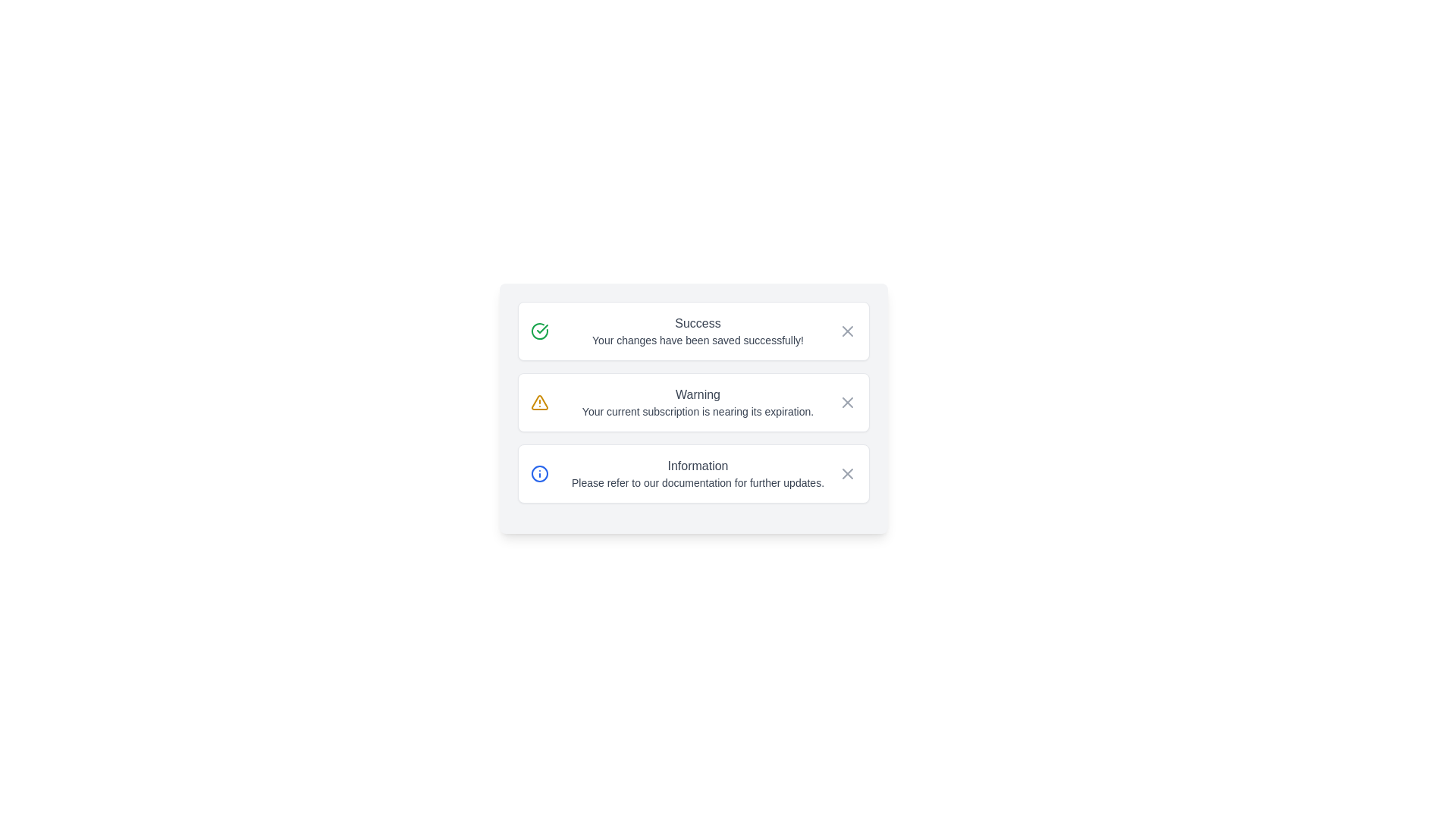 This screenshot has height=819, width=1456. What do you see at coordinates (846, 402) in the screenshot?
I see `the close button located in the top-right corner of the notification card` at bounding box center [846, 402].